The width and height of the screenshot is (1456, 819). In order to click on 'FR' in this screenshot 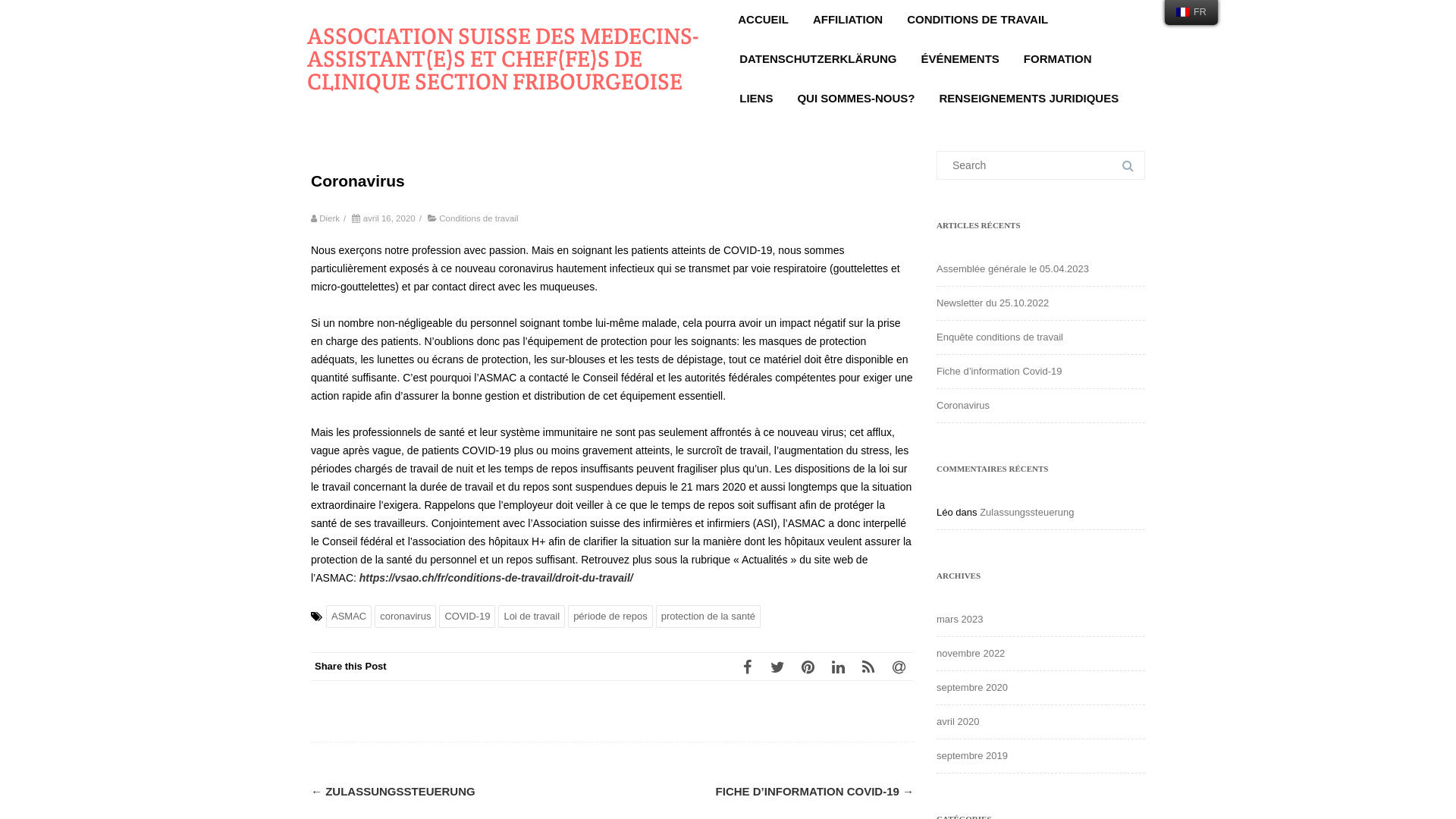, I will do `click(1164, 12)`.